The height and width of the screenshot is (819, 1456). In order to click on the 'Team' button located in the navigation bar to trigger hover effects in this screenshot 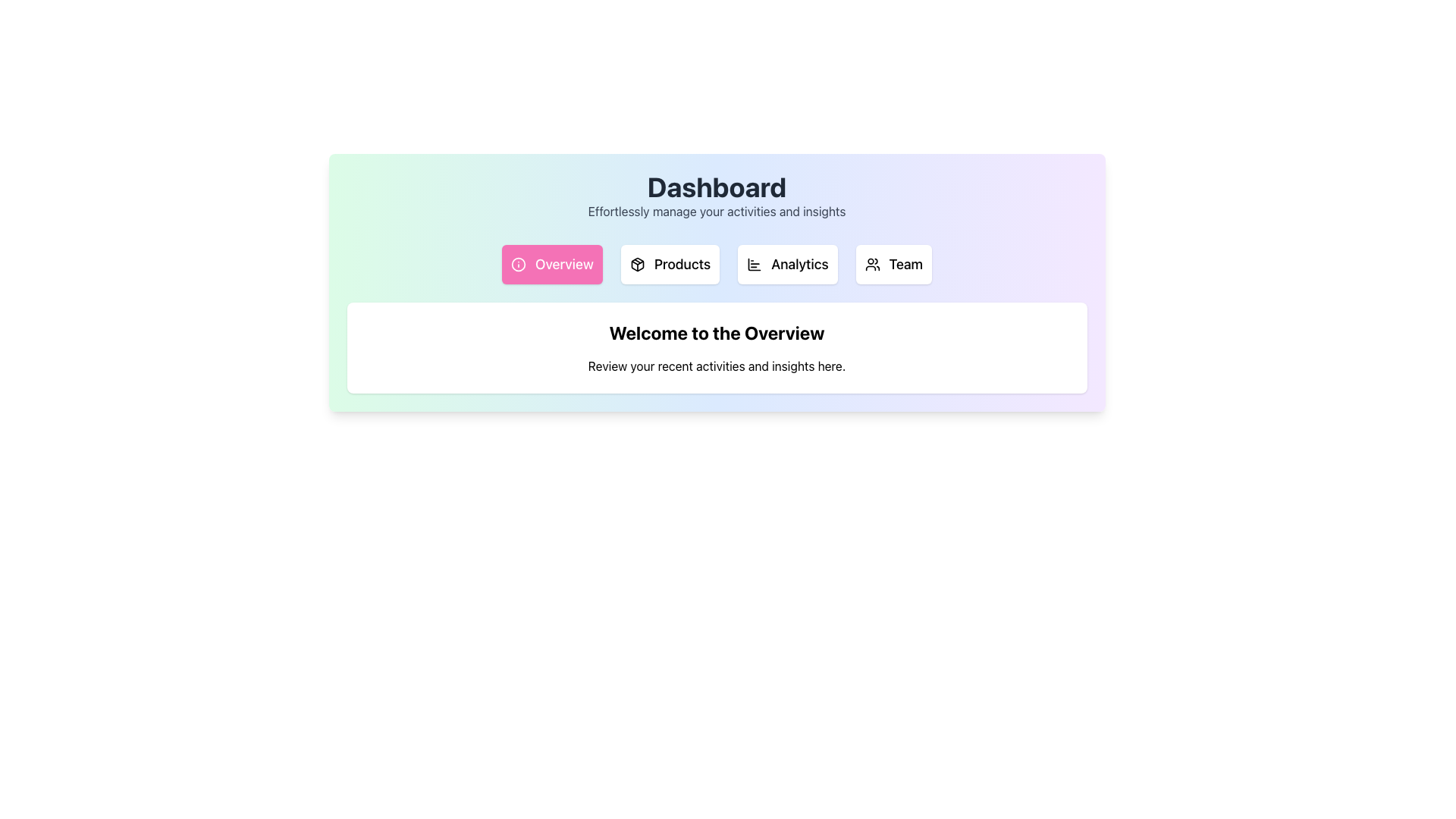, I will do `click(893, 263)`.